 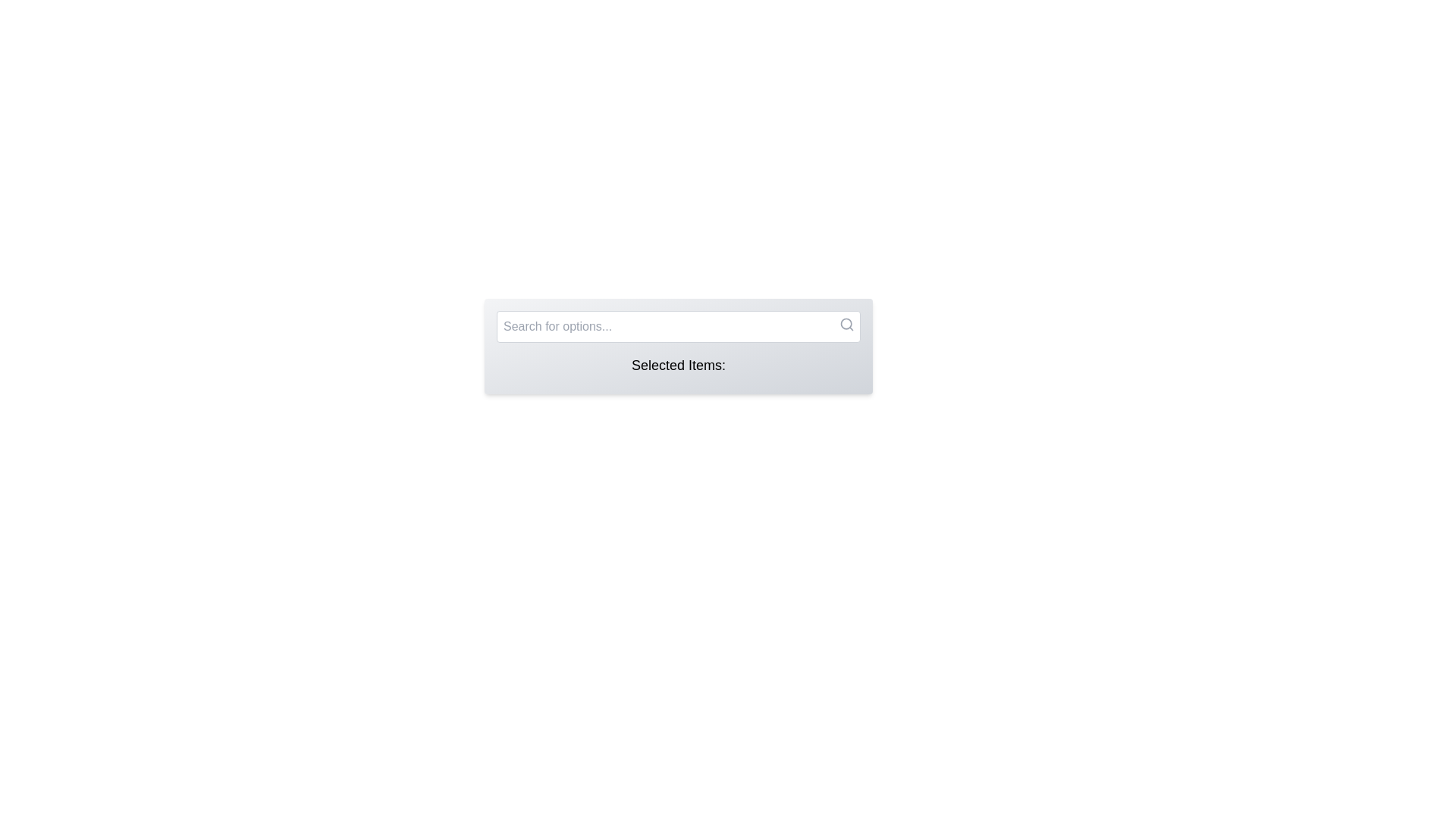 I want to click on the circular element of the magnifying glass icon, which is part of the SVG vector graphic located in the upper-right corner of the search input field, so click(x=846, y=323).